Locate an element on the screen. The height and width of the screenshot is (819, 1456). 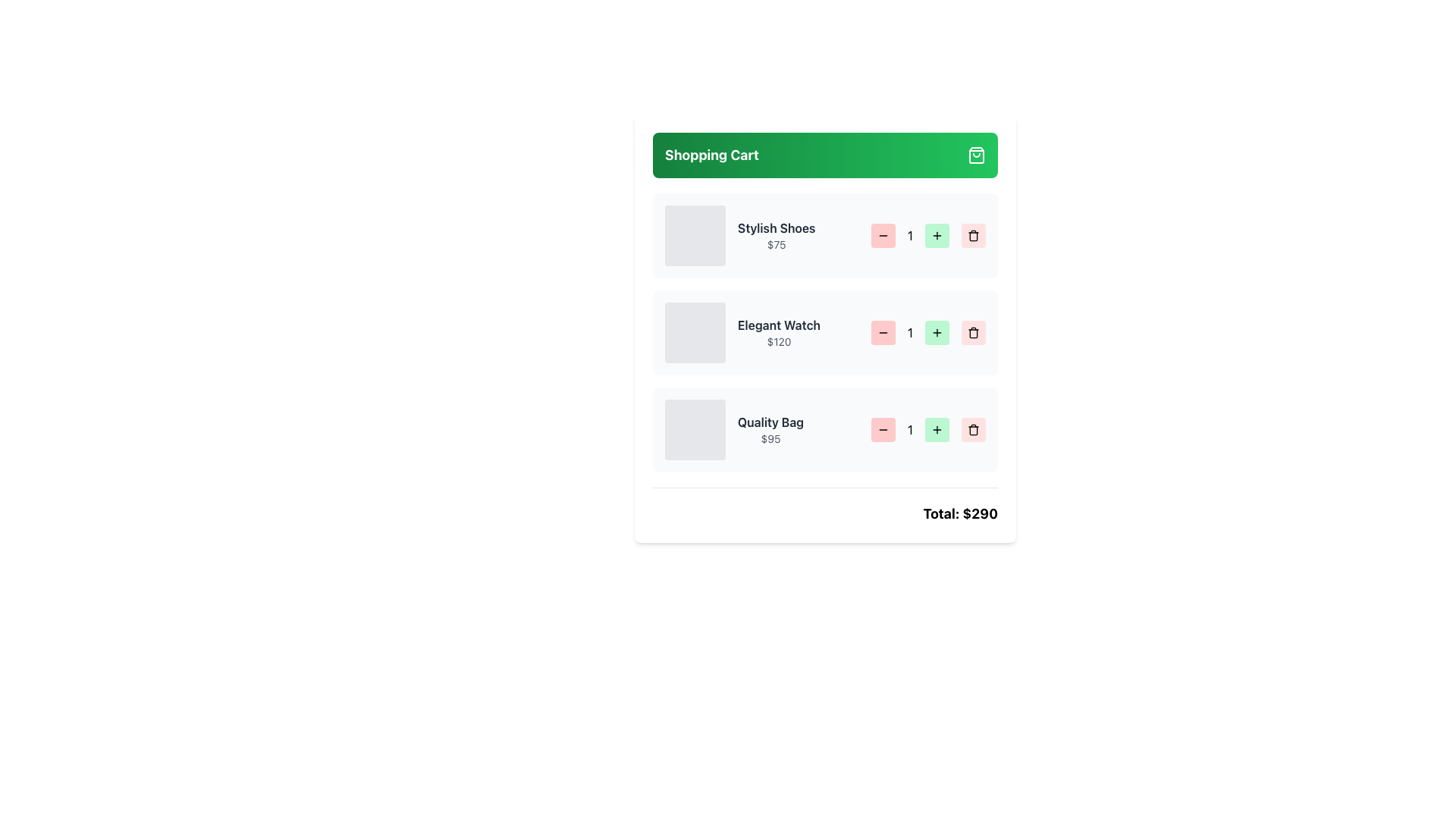
the light green button with a plus symbol, located in the shopping cart interface for the 'Elegant Watch' item, to activate hover effects is located at coordinates (937, 332).